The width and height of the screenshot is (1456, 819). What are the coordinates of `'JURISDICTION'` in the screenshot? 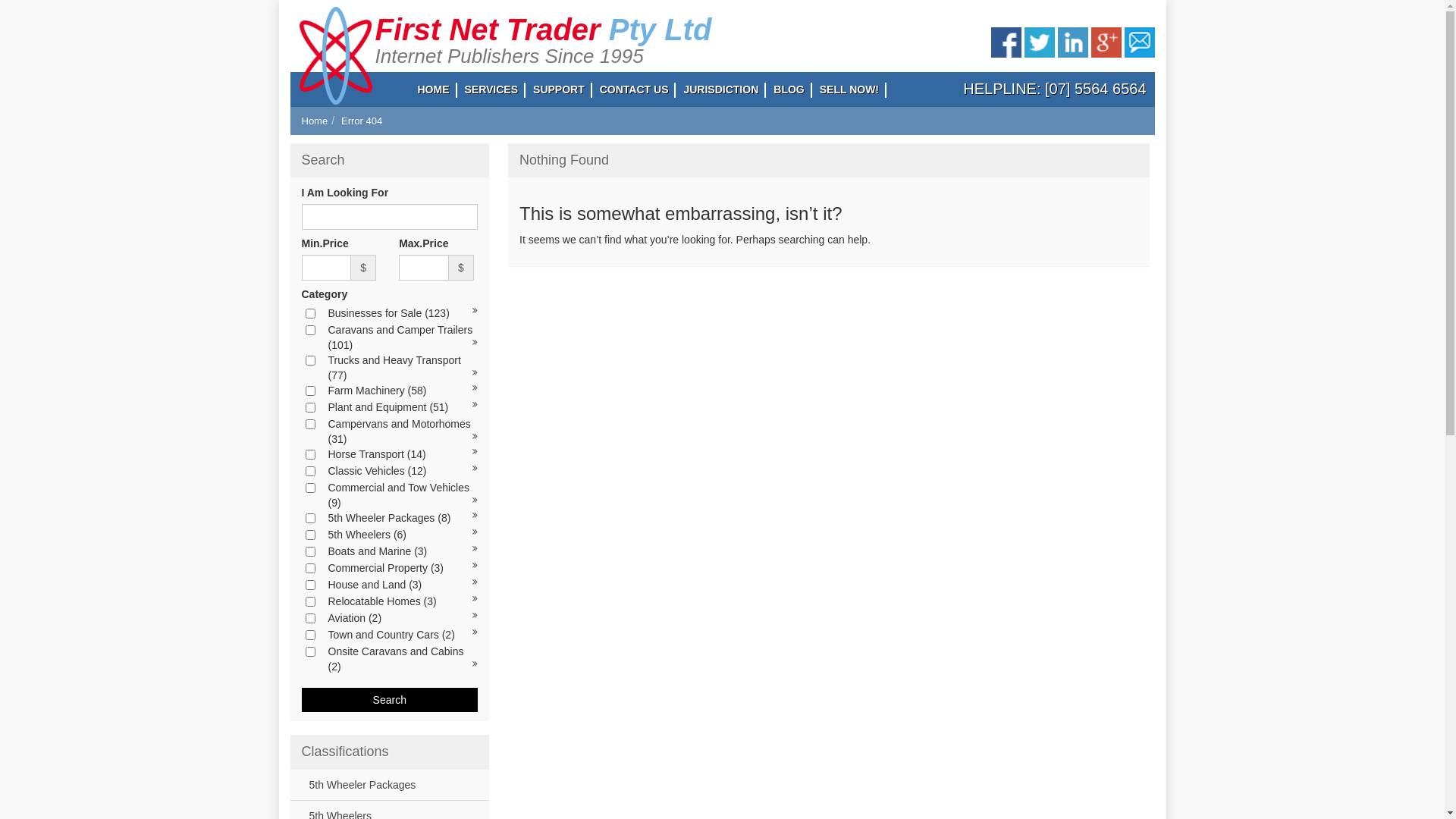 It's located at (720, 89).